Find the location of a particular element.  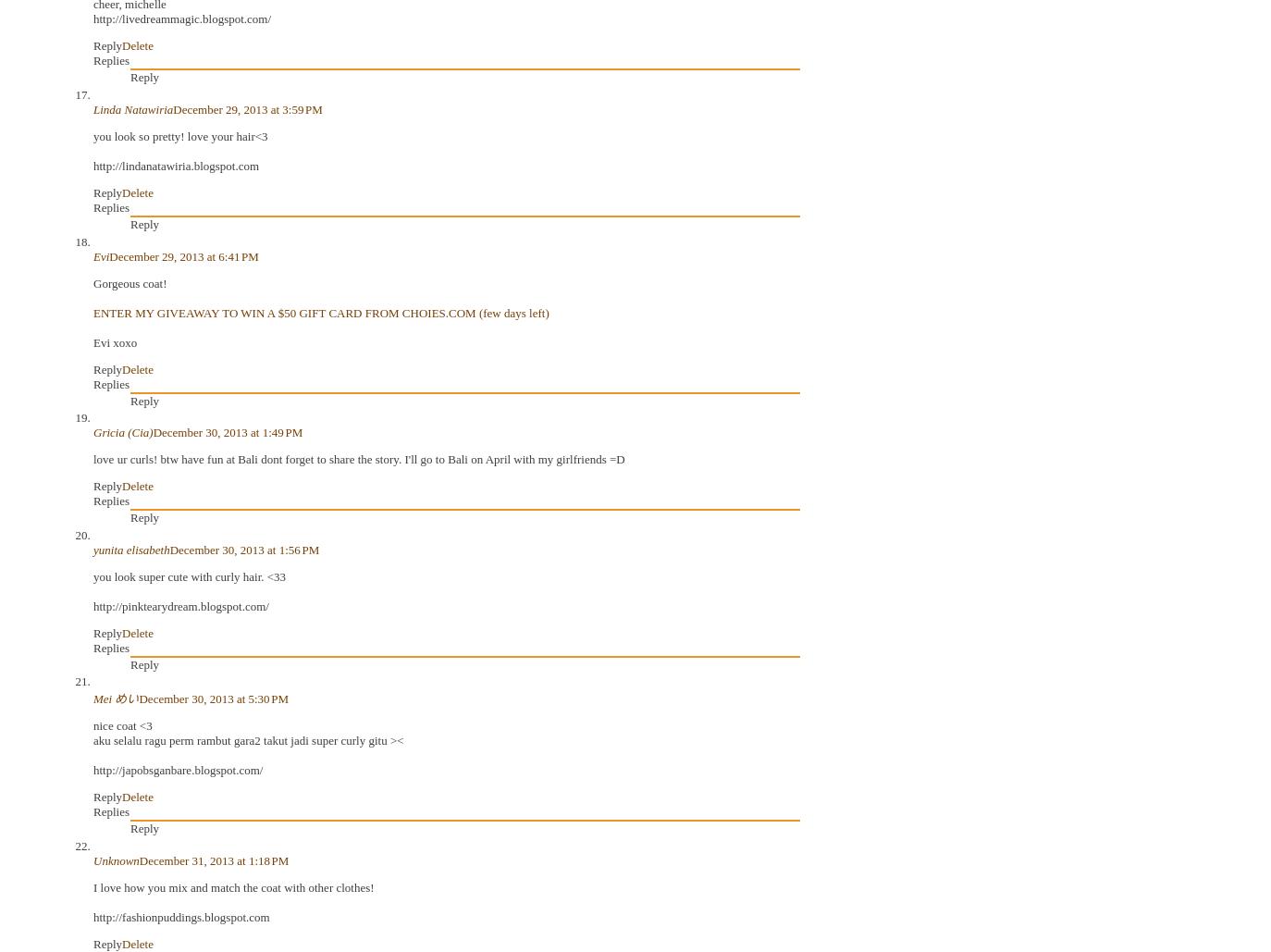

'Evi' is located at coordinates (100, 254).